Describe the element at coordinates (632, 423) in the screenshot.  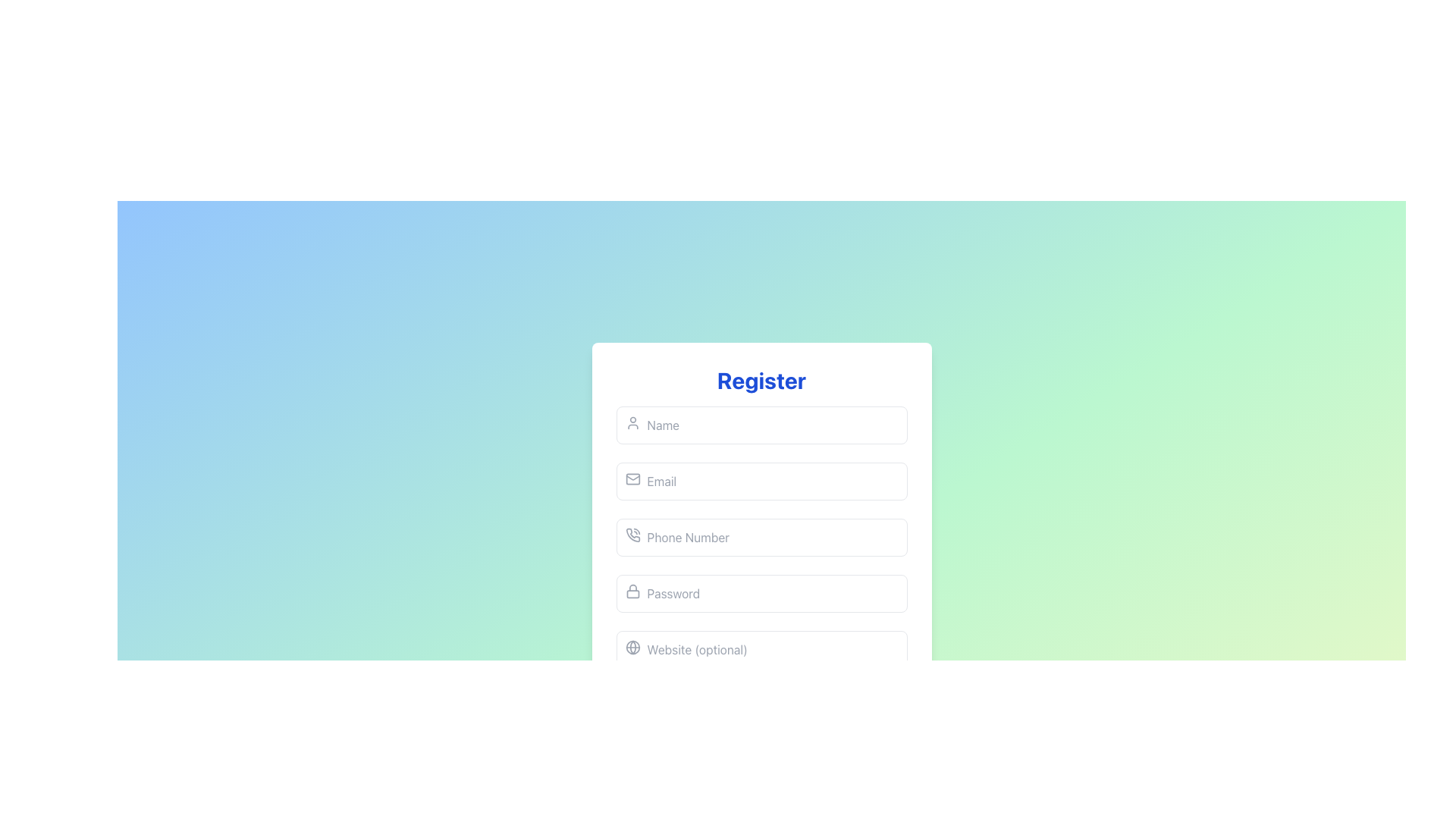
I see `the user icon element located inside the 'Name' input field, which is styled in gray with a circular head and a semi-circular body` at that location.